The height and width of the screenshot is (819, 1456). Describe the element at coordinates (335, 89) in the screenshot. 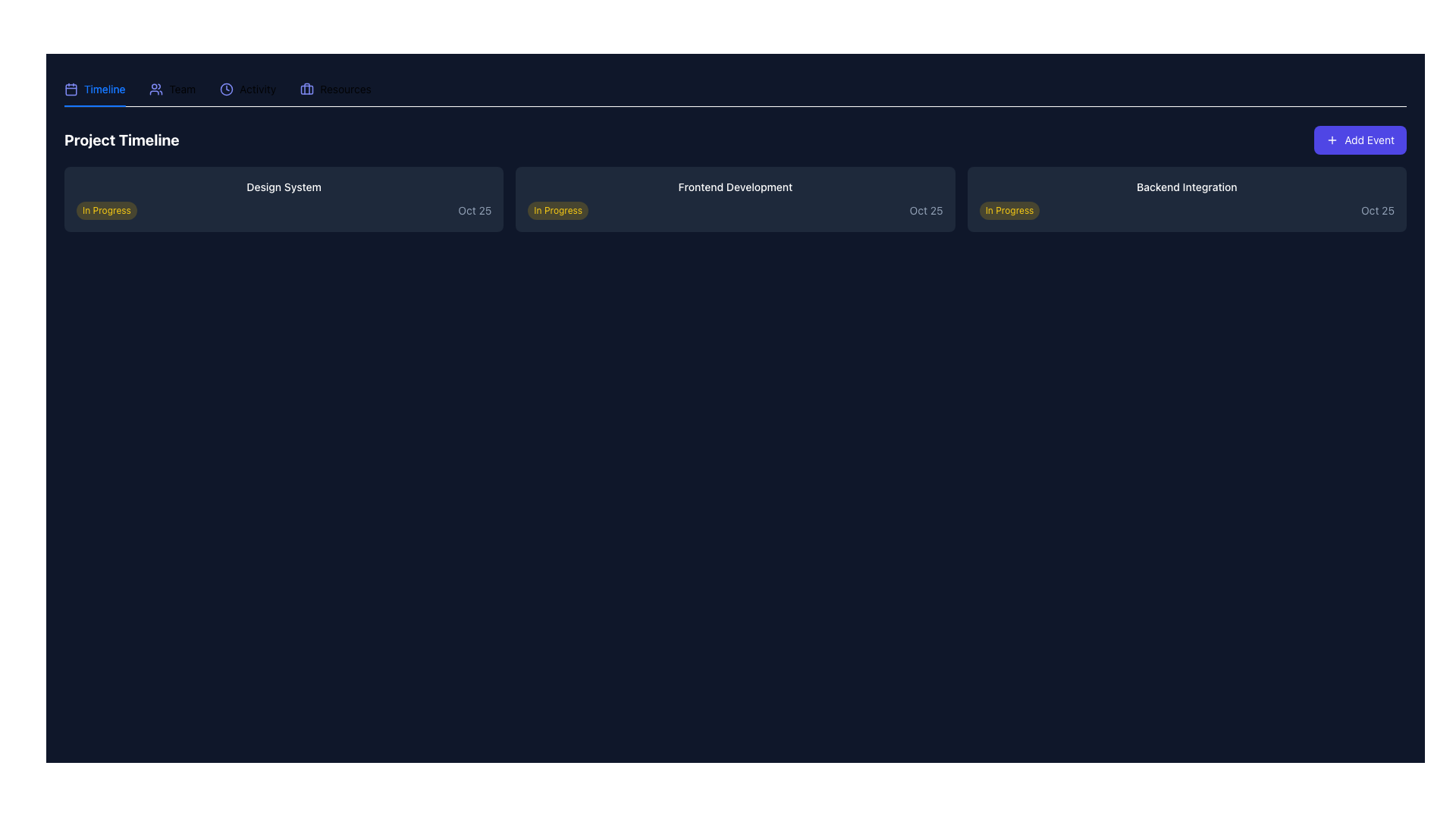

I see `the fourth tab in the horizontal navigation bar` at that location.